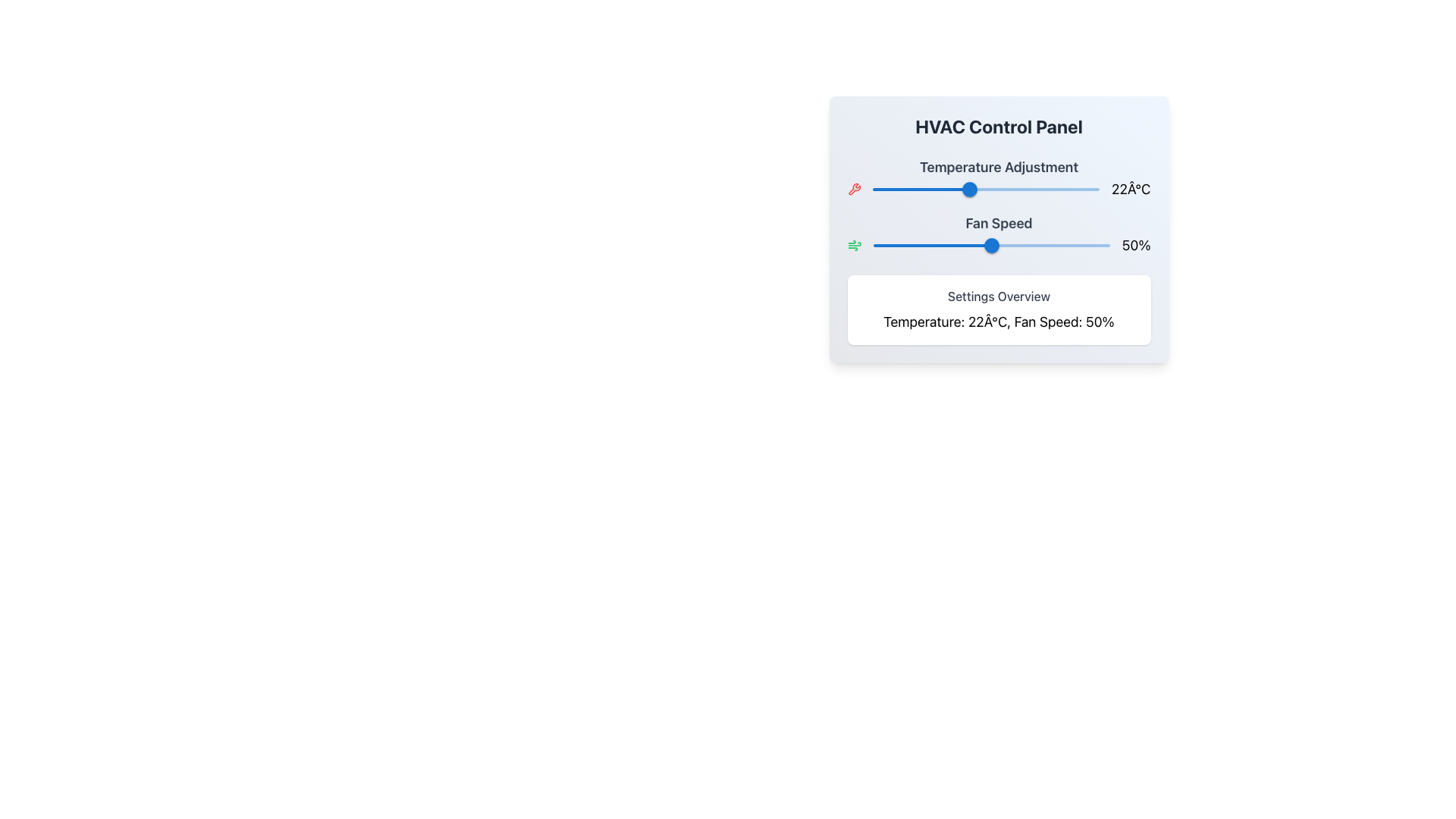 This screenshot has height=819, width=1456. I want to click on the slider value, so click(1013, 245).